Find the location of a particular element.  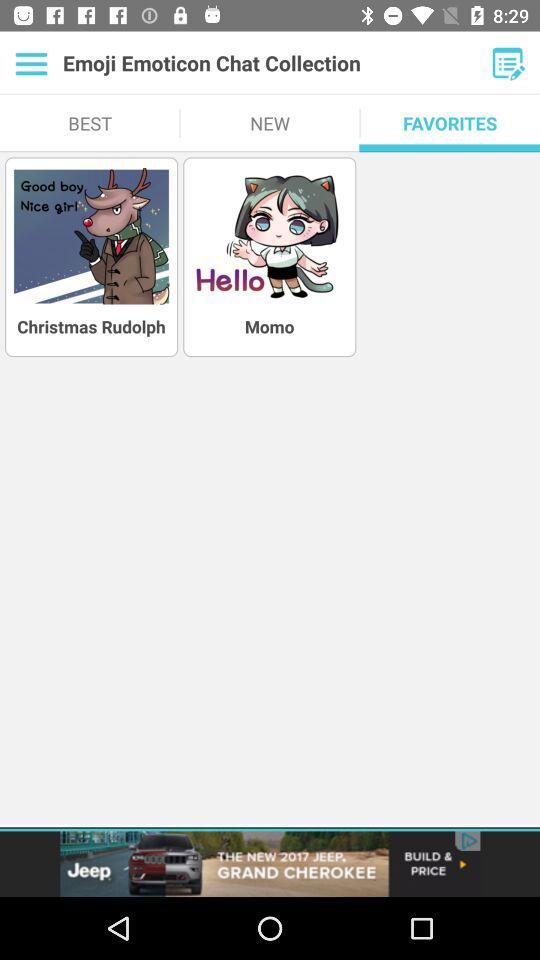

advertisement on jeep grand cherokee is located at coordinates (270, 863).